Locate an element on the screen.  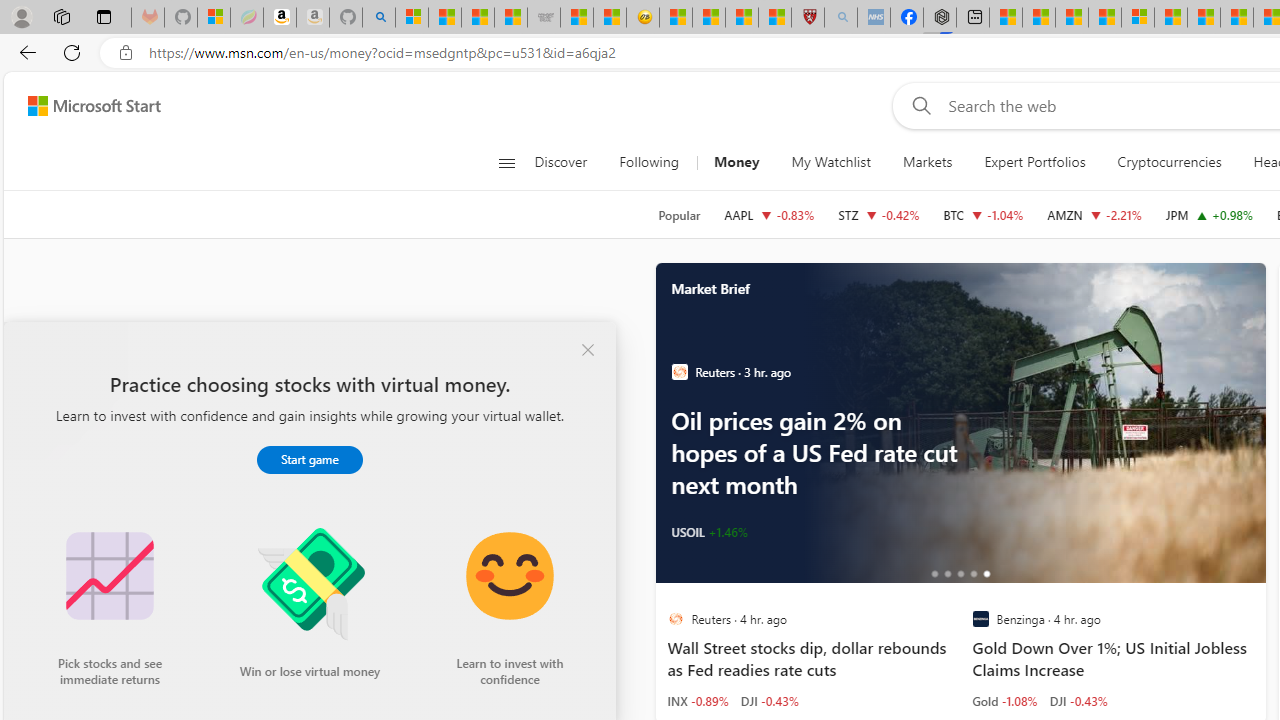
'Following' is located at coordinates (650, 162).